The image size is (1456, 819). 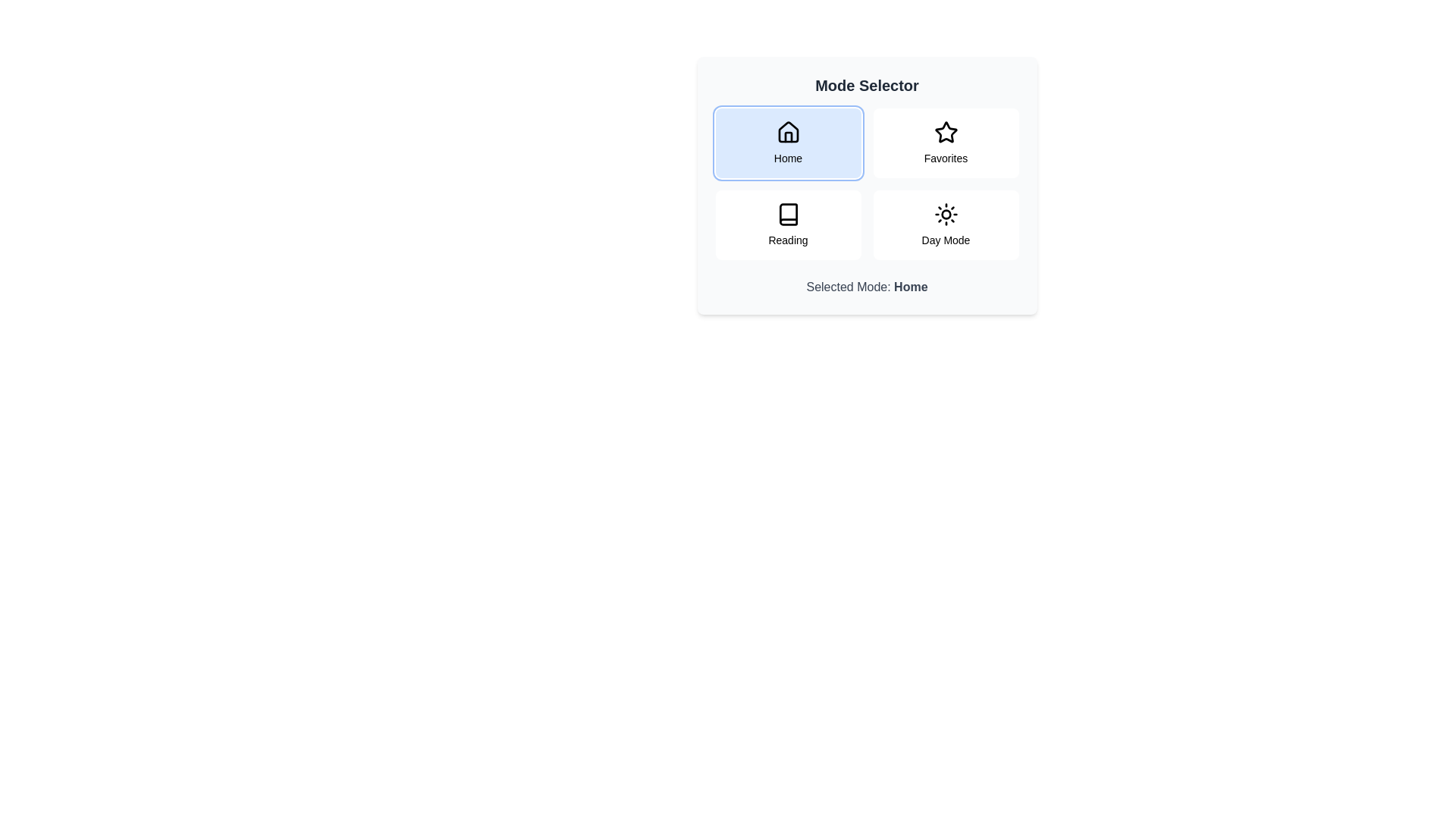 I want to click on the button corresponding to the mode Reading, so click(x=788, y=225).